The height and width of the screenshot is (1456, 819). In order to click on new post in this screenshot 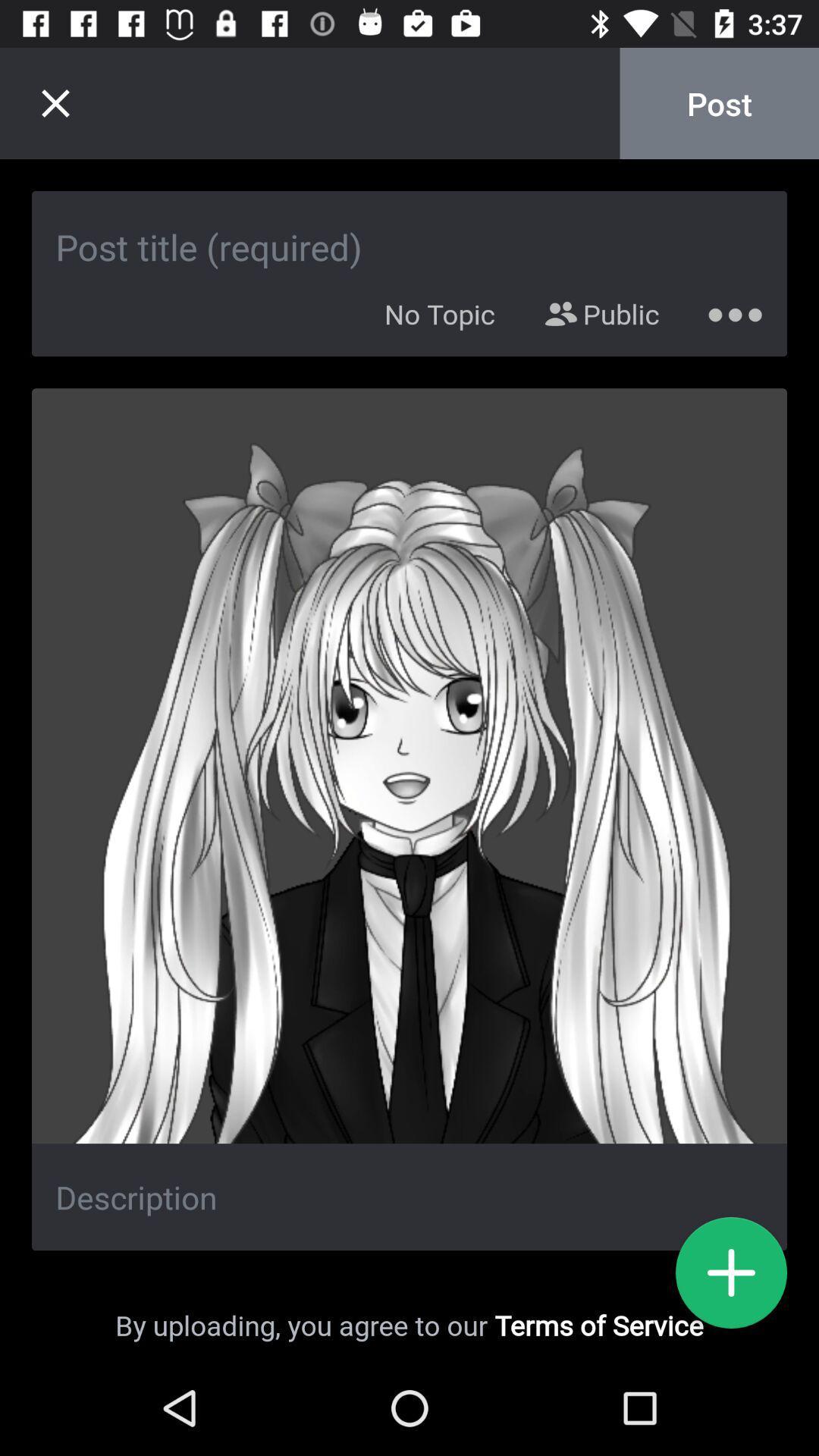, I will do `click(730, 1272)`.